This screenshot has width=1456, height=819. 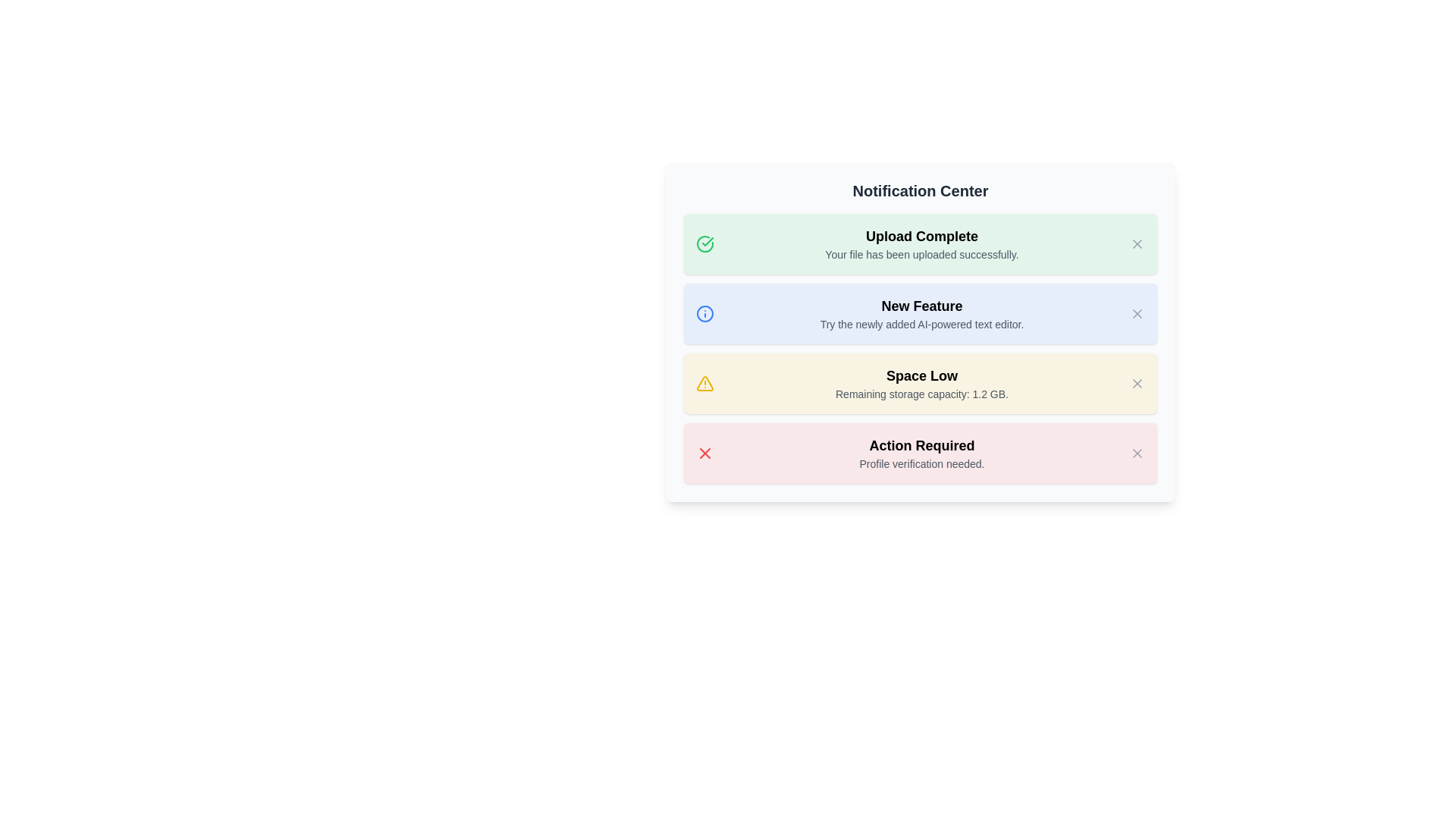 I want to click on the slanted line of the 'X' icon that represents a close or cancel action, specifically the line from the top-right to bottom-left, so click(x=1137, y=382).